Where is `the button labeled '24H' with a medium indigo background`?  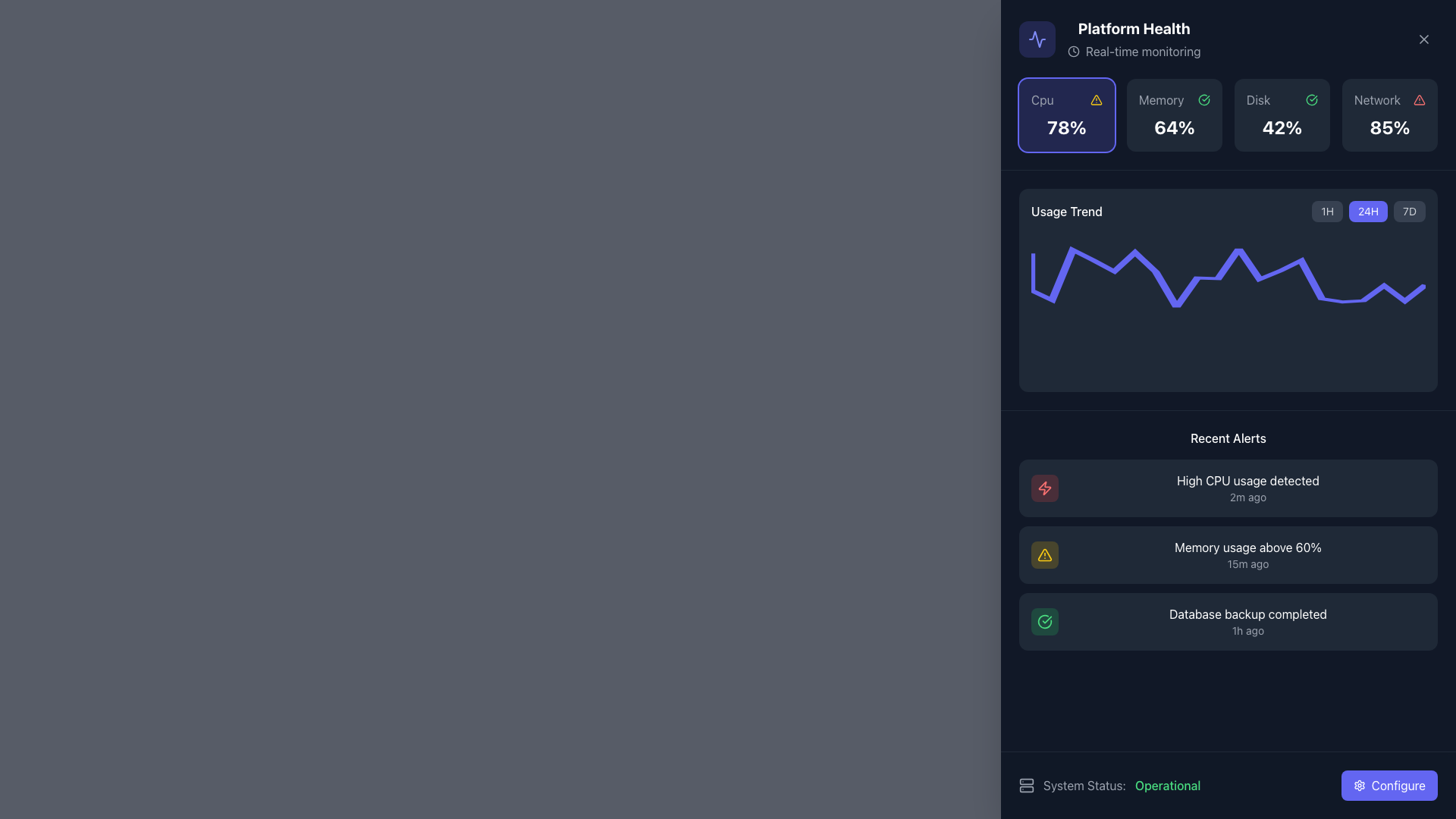 the button labeled '24H' with a medium indigo background is located at coordinates (1368, 211).